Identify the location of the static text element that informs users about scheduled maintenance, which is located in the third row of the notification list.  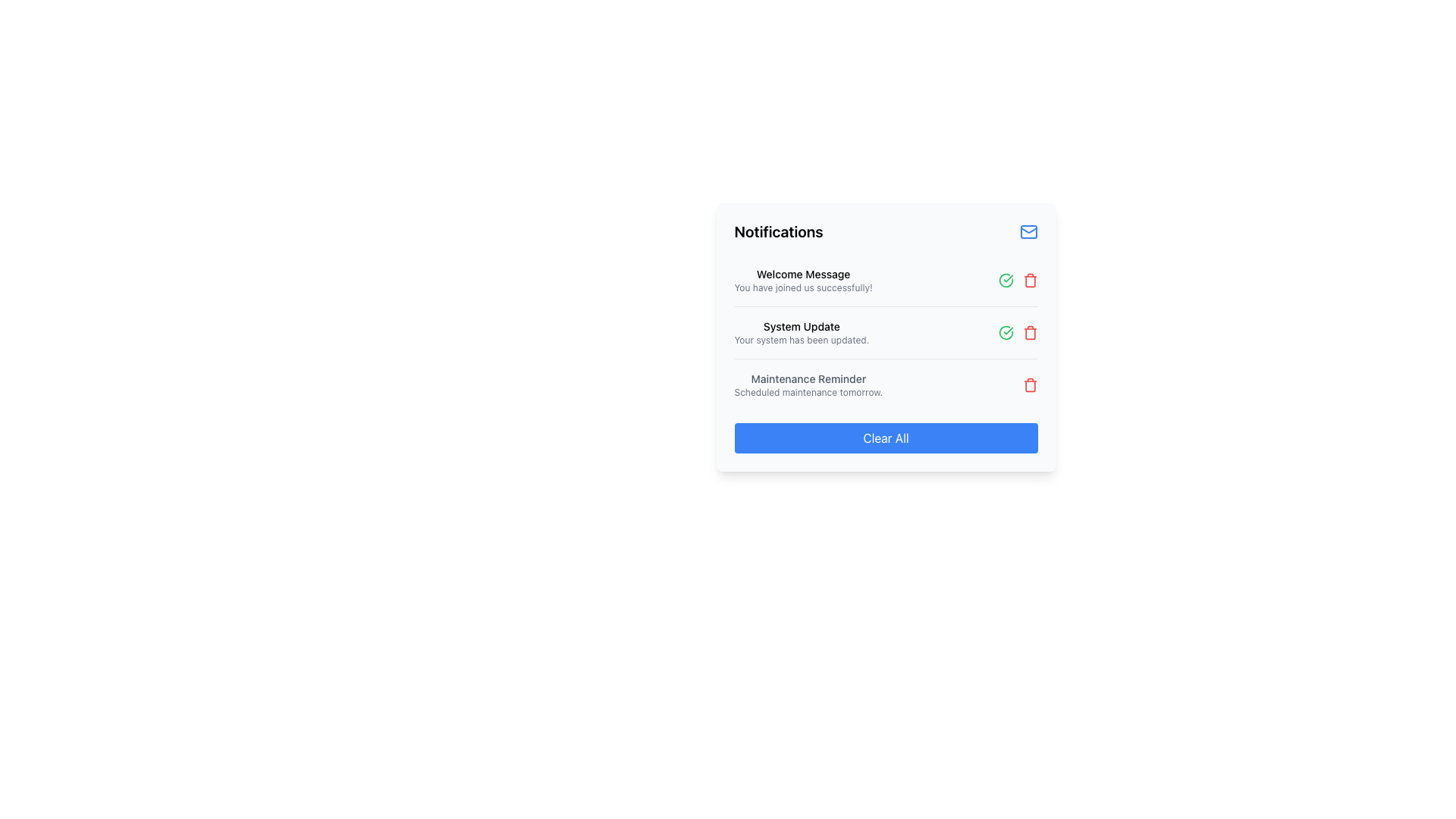
(808, 384).